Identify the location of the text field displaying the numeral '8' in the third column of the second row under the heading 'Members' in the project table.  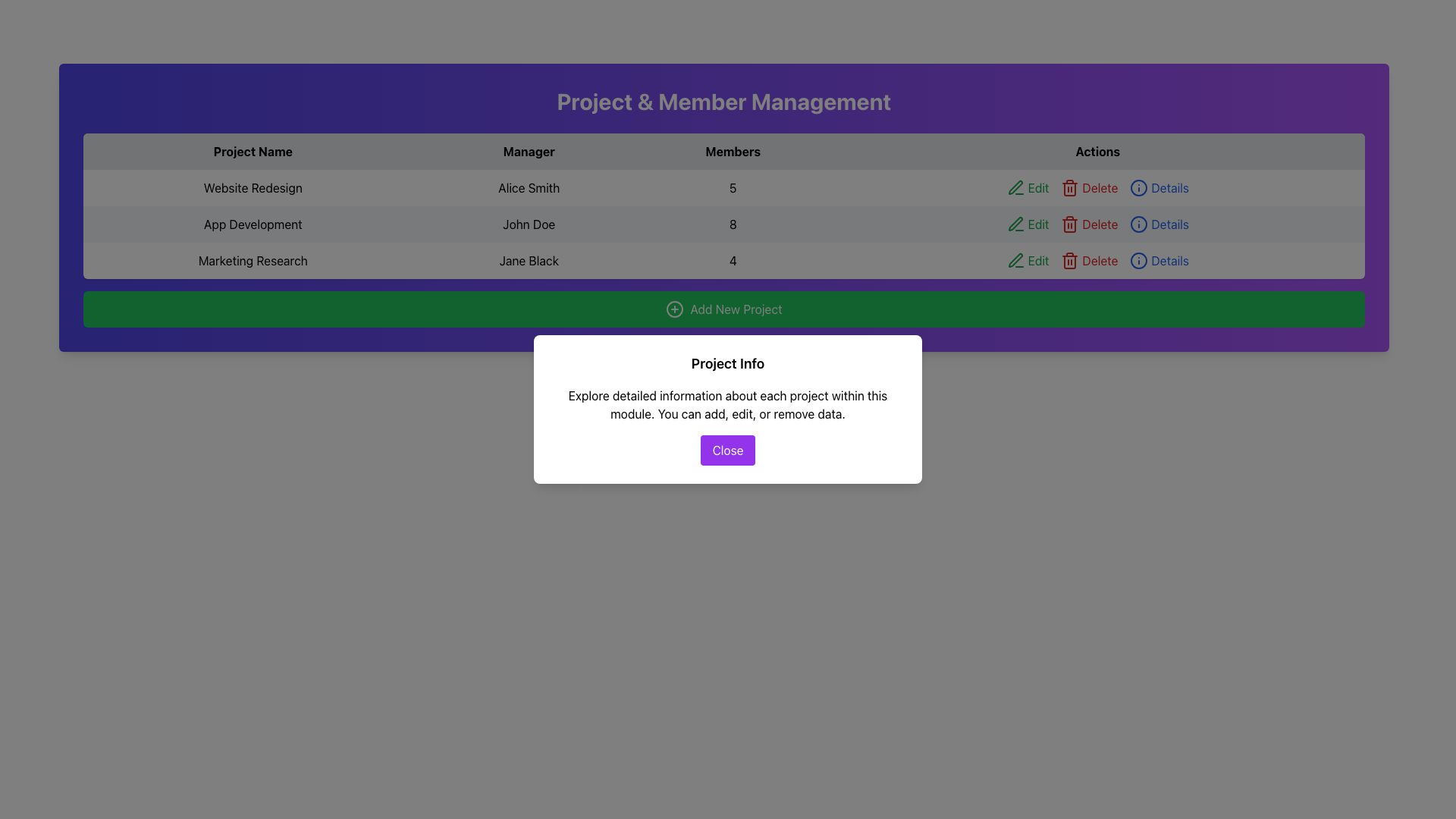
(733, 224).